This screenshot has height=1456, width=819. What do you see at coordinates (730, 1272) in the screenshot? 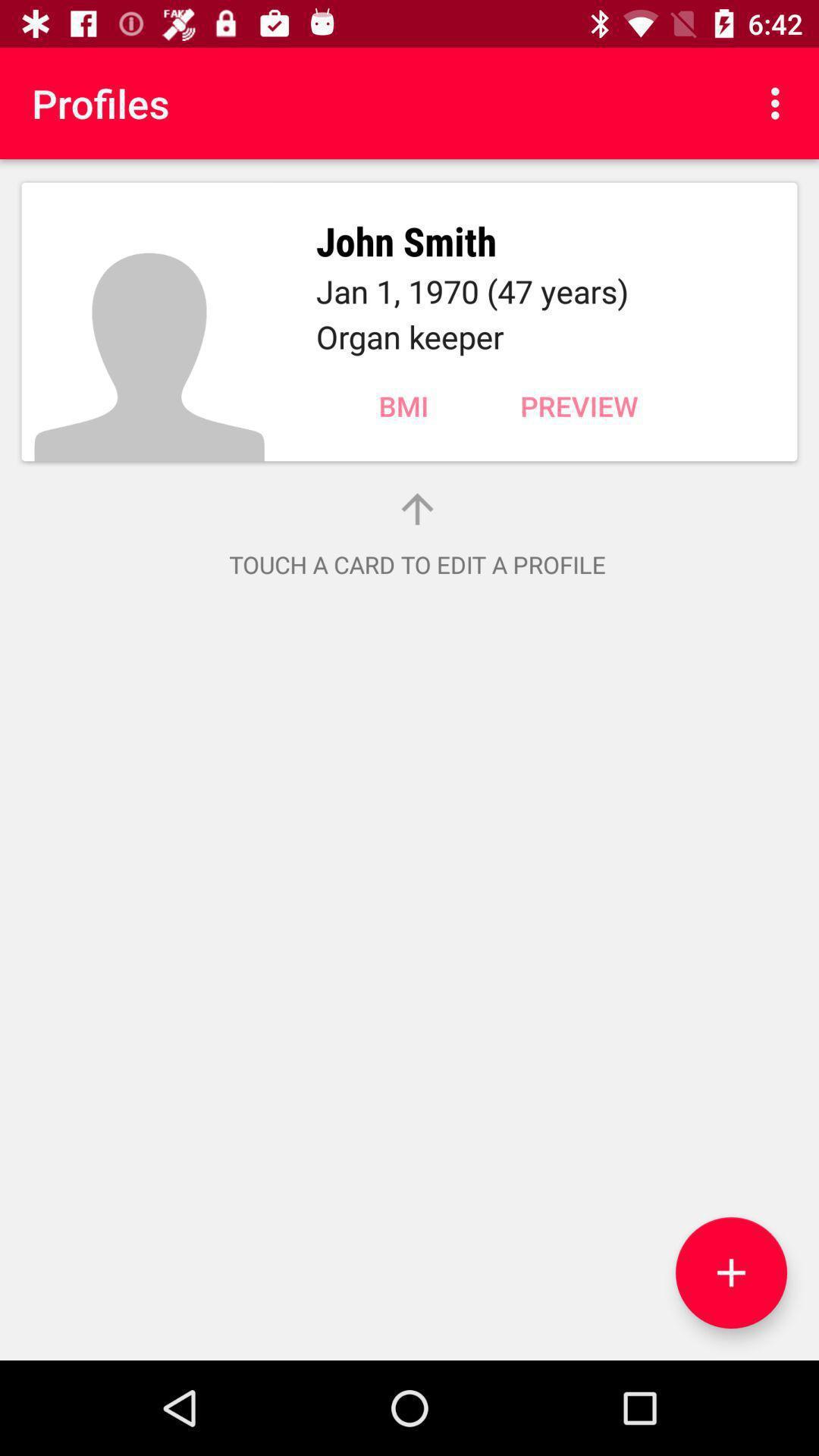
I see `the add icon` at bounding box center [730, 1272].